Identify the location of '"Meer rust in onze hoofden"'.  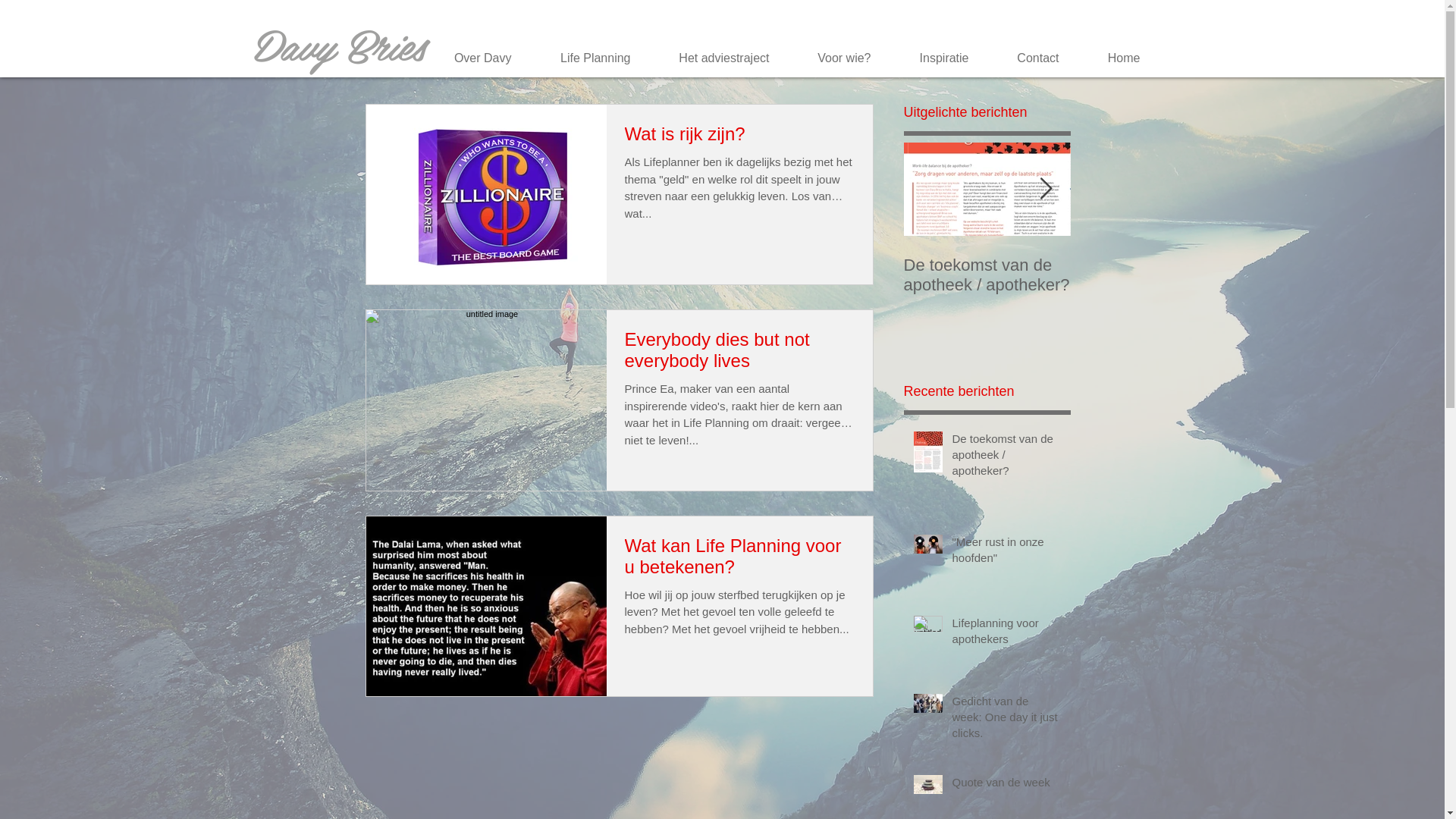
(1153, 275).